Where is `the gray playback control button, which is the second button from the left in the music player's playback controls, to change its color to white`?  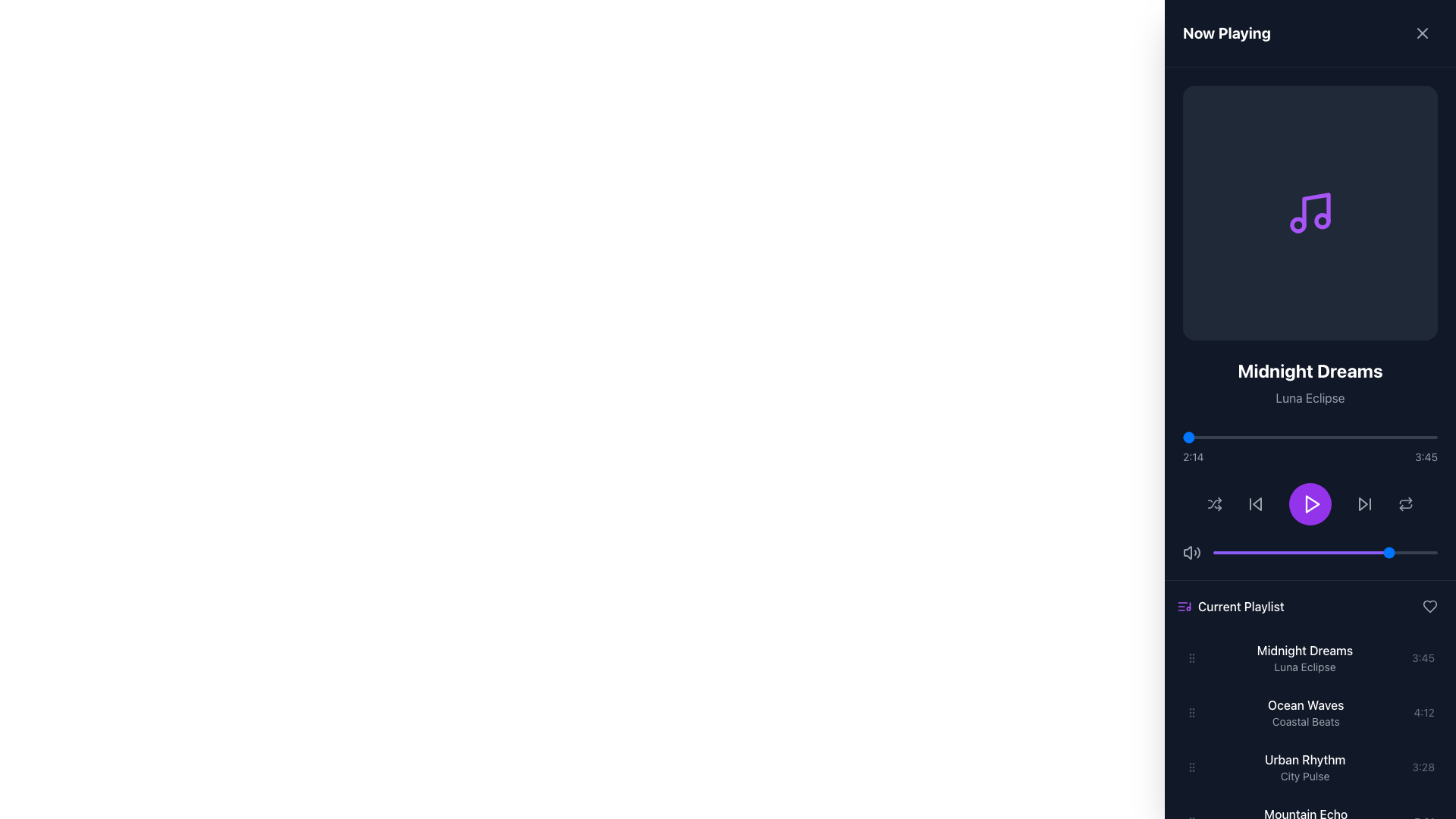
the gray playback control button, which is the second button from the left in the music player's playback controls, to change its color to white is located at coordinates (1256, 504).